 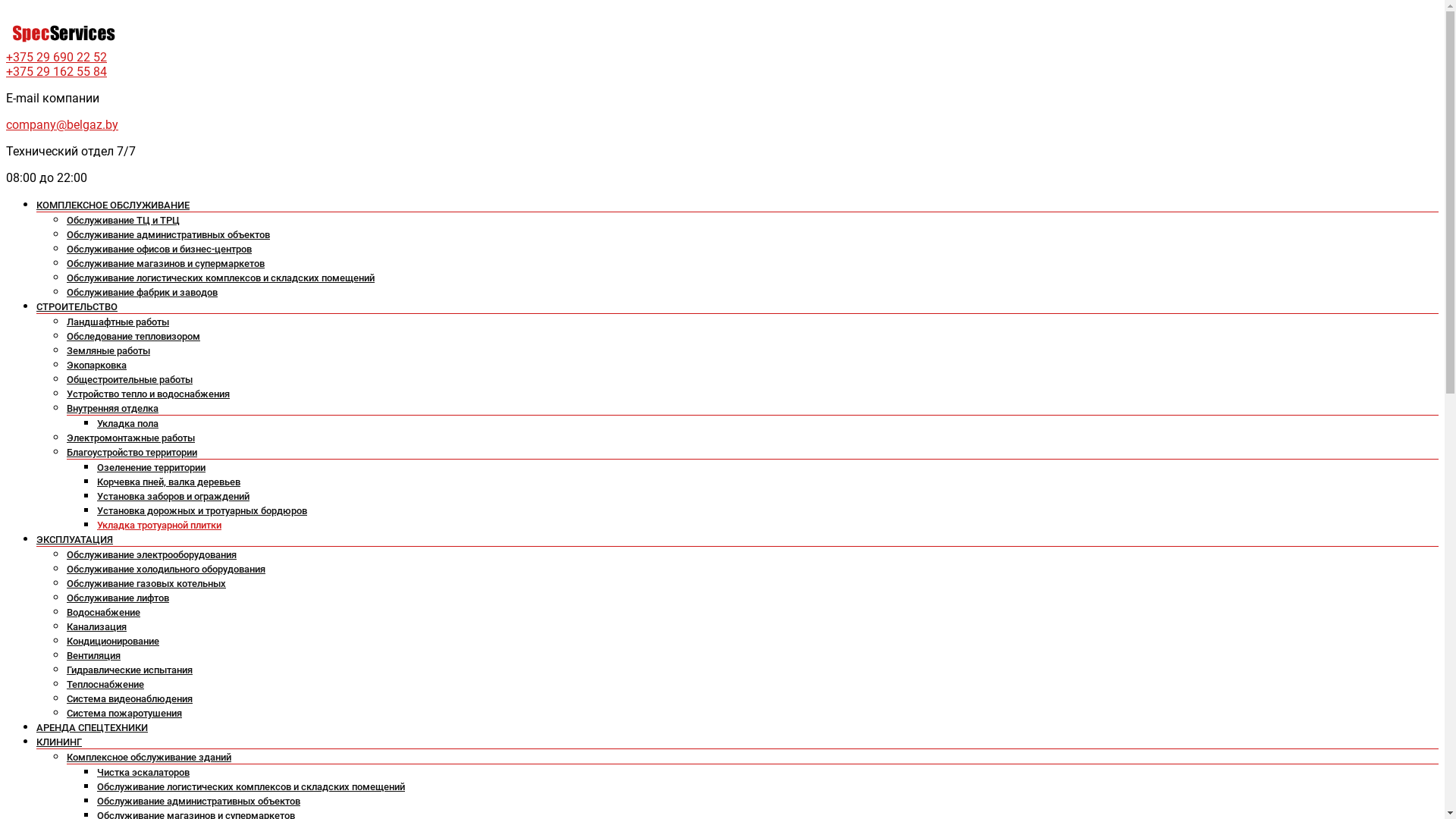 What do you see at coordinates (61, 124) in the screenshot?
I see `'company@belgaz.by'` at bounding box center [61, 124].